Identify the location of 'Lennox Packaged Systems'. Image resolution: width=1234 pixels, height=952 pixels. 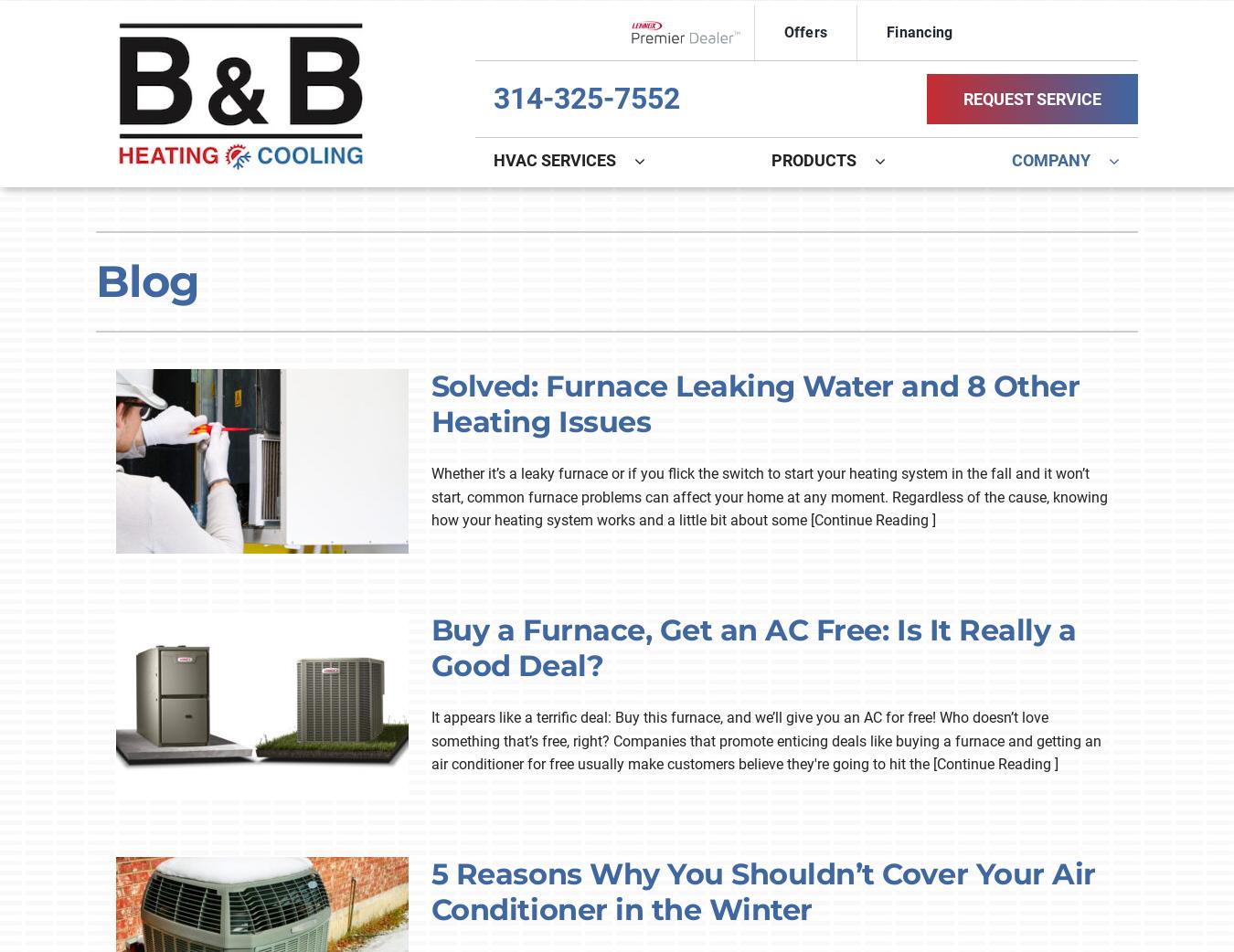
(201, 479).